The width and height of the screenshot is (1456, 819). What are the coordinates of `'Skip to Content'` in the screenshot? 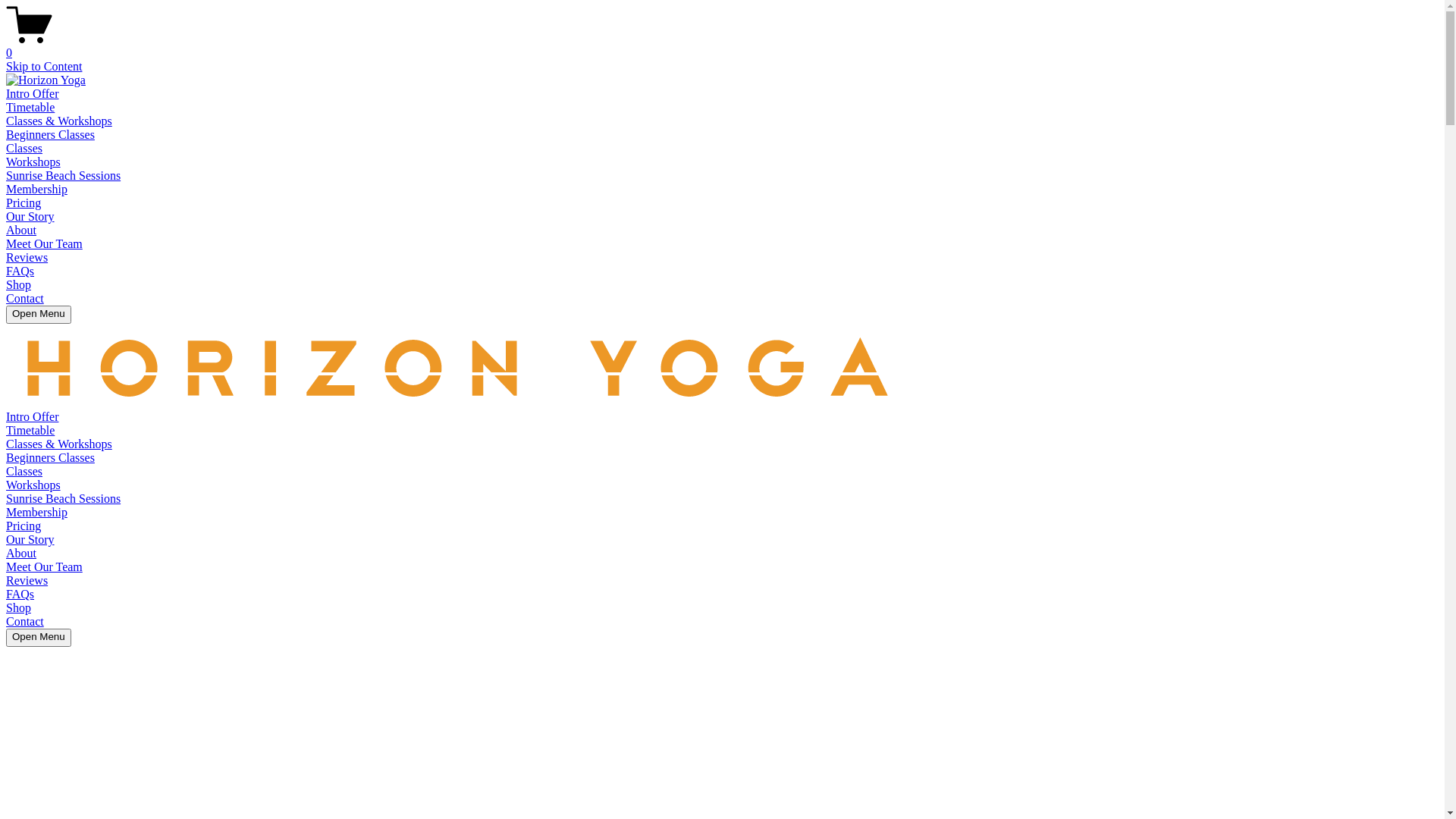 It's located at (43, 65).